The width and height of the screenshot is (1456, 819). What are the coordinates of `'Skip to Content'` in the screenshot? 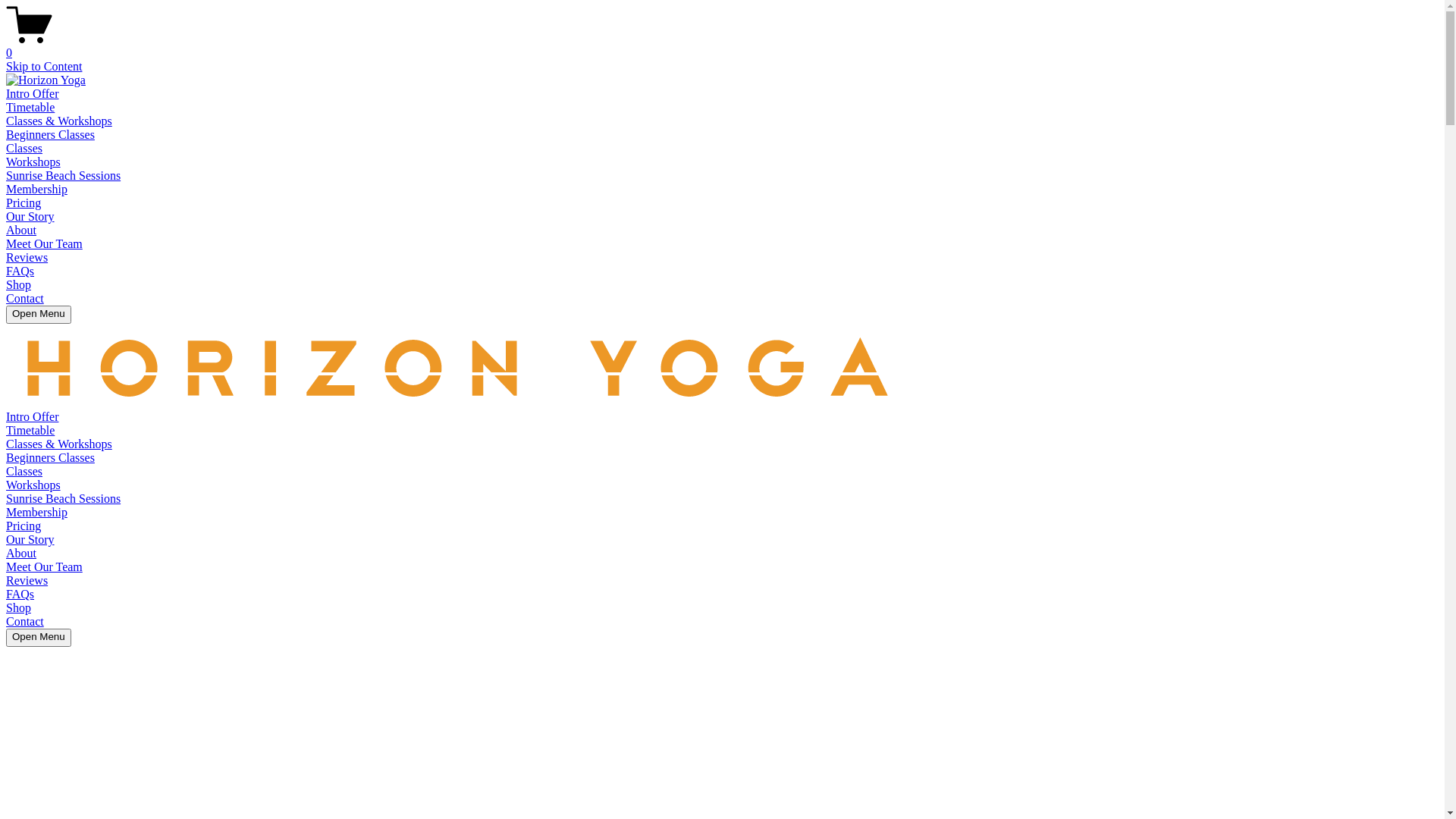 It's located at (43, 65).